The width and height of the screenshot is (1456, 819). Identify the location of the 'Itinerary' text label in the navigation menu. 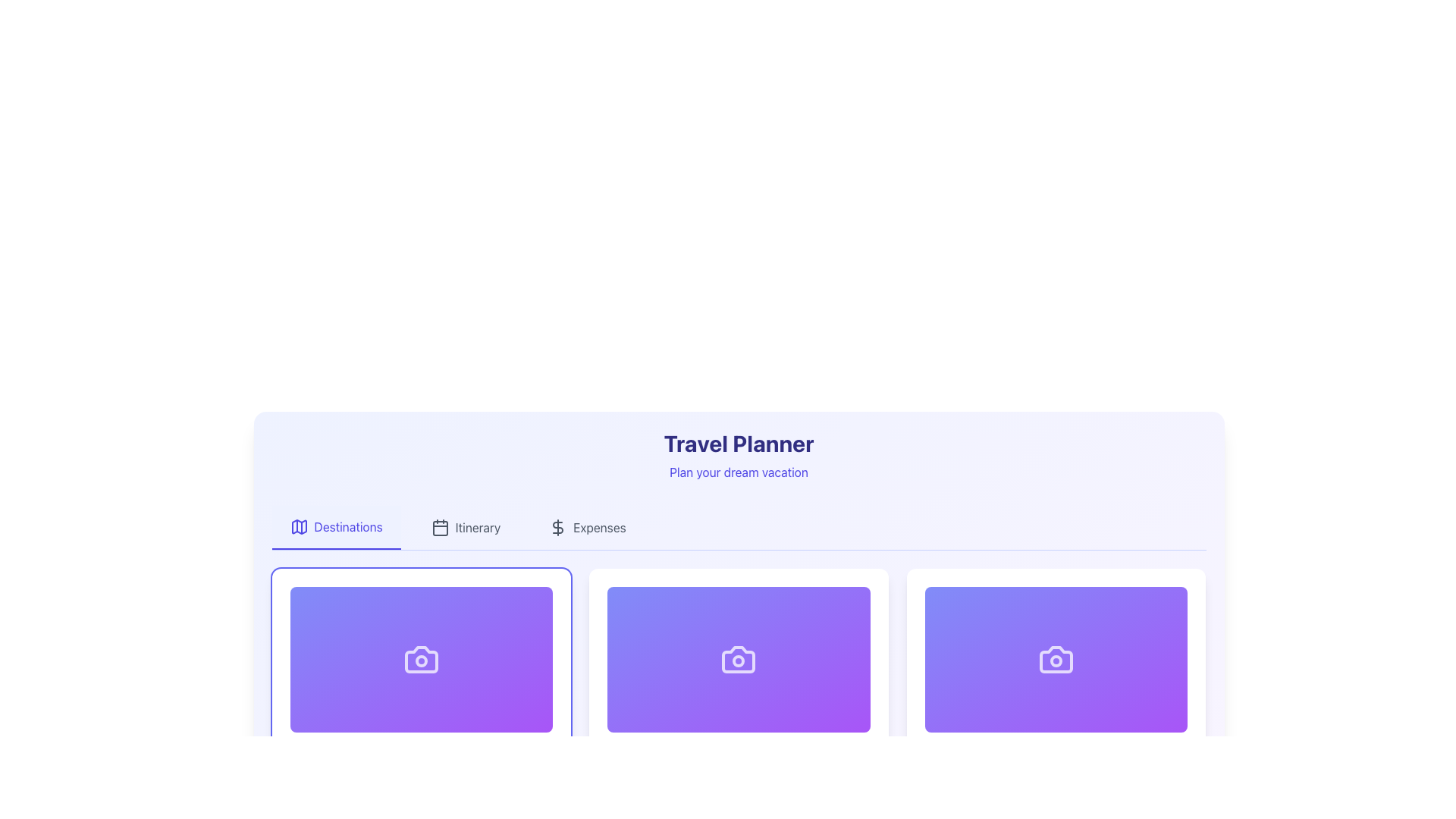
(477, 526).